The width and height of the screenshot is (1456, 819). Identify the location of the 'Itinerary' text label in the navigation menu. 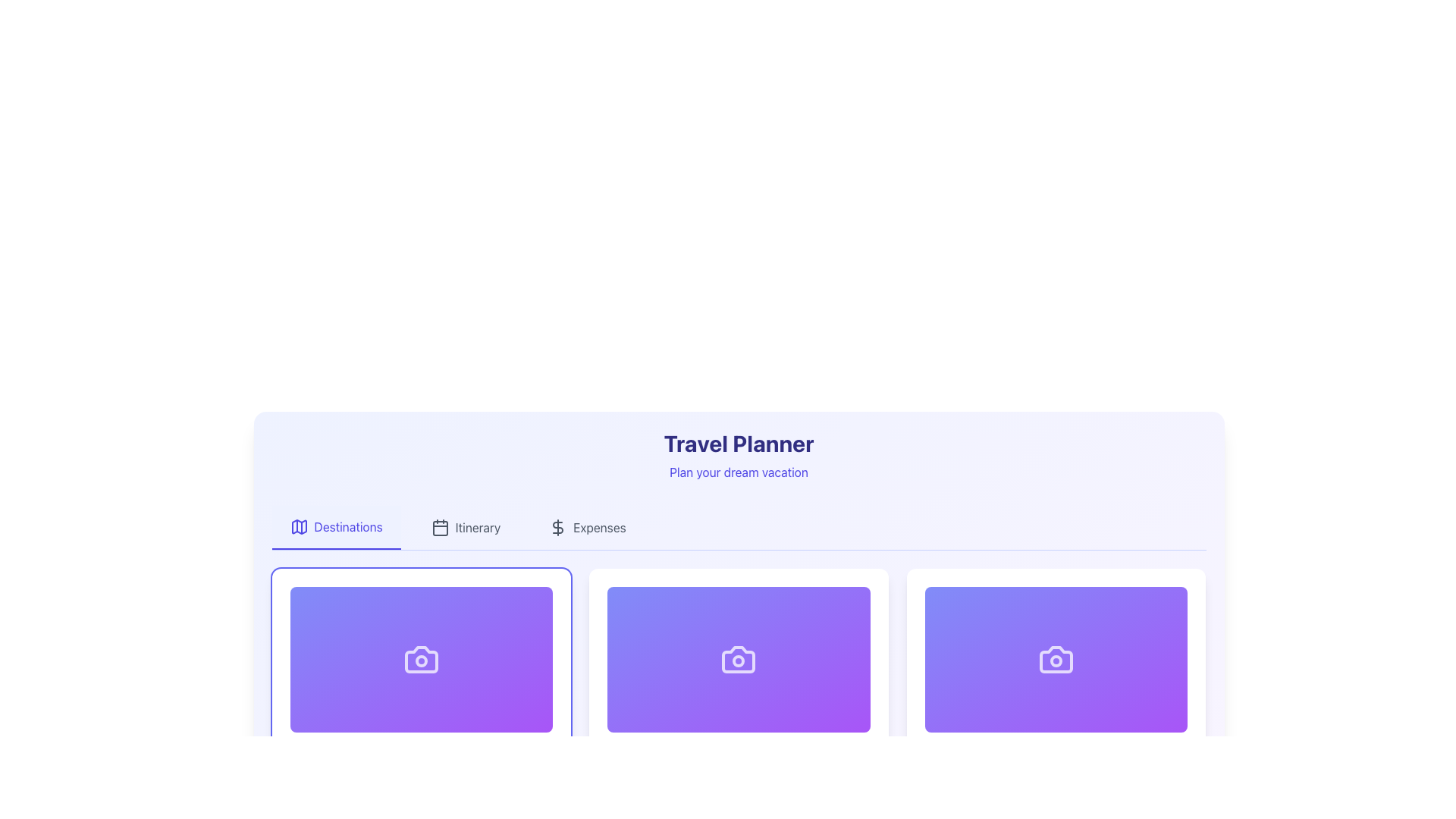
(477, 526).